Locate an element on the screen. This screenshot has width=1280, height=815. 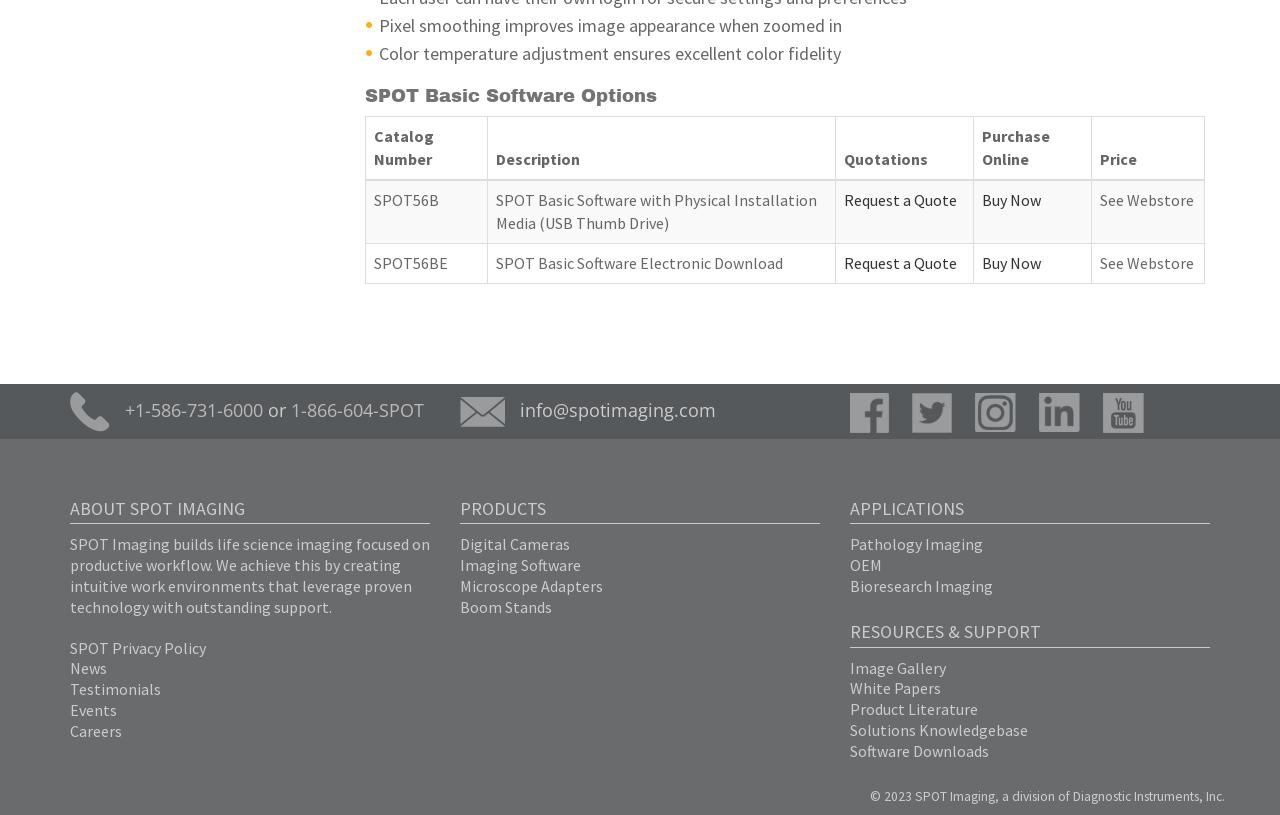
'Imaging Software' is located at coordinates (520, 564).